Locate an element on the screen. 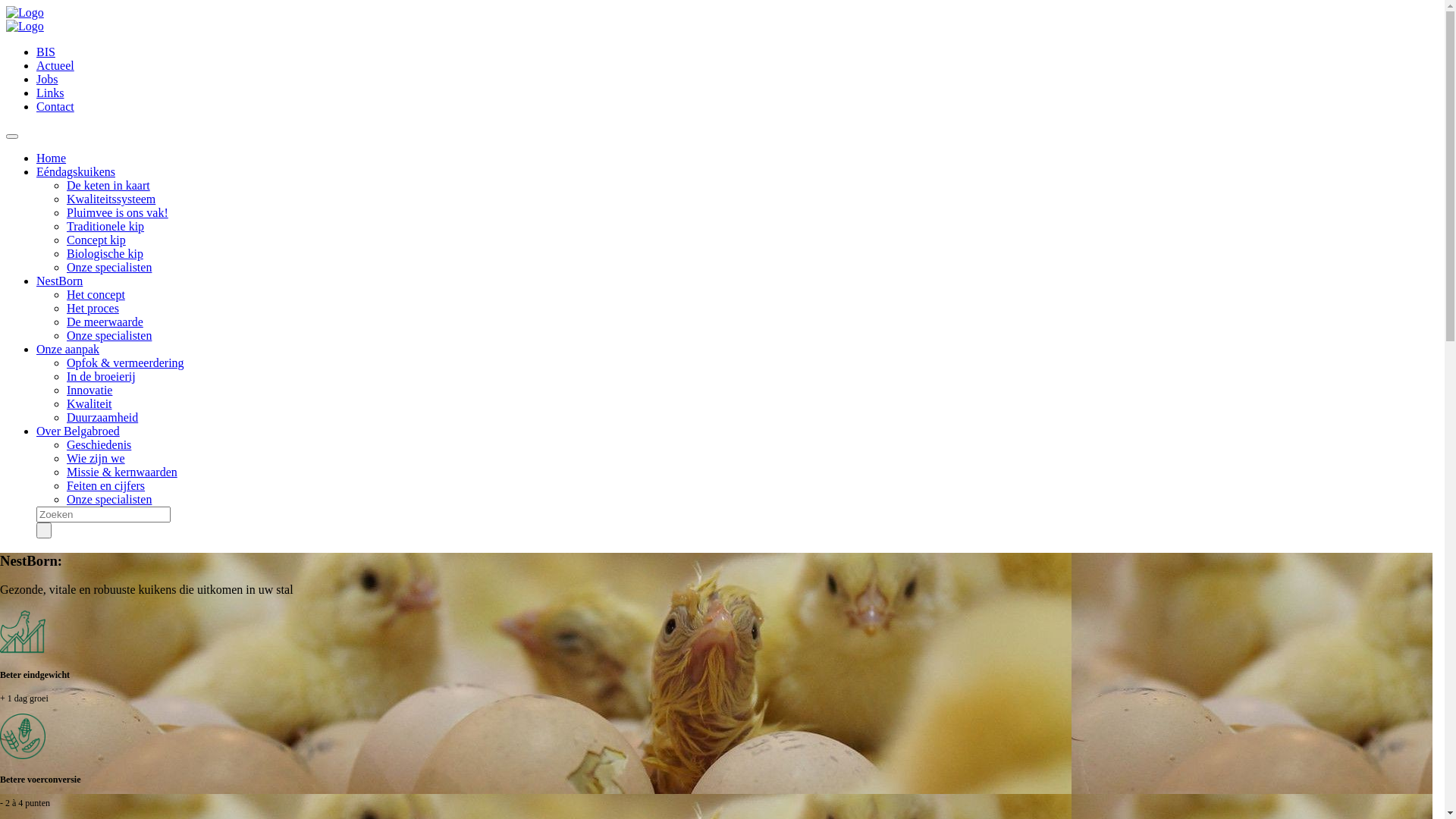 Image resolution: width=1456 pixels, height=819 pixels. 'Feiten en cijfers' is located at coordinates (105, 485).